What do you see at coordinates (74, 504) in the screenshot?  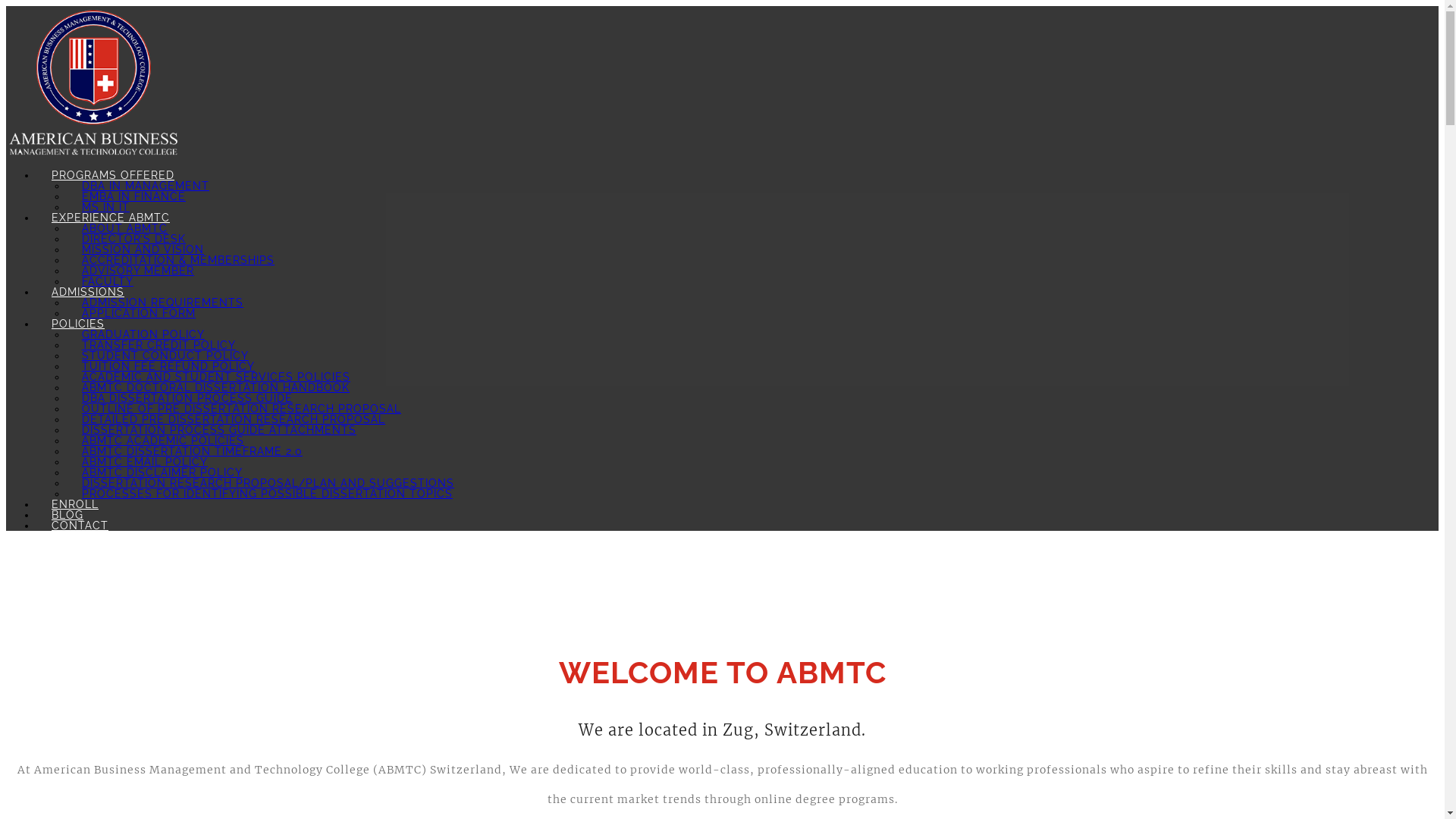 I see `'ENROLL'` at bounding box center [74, 504].